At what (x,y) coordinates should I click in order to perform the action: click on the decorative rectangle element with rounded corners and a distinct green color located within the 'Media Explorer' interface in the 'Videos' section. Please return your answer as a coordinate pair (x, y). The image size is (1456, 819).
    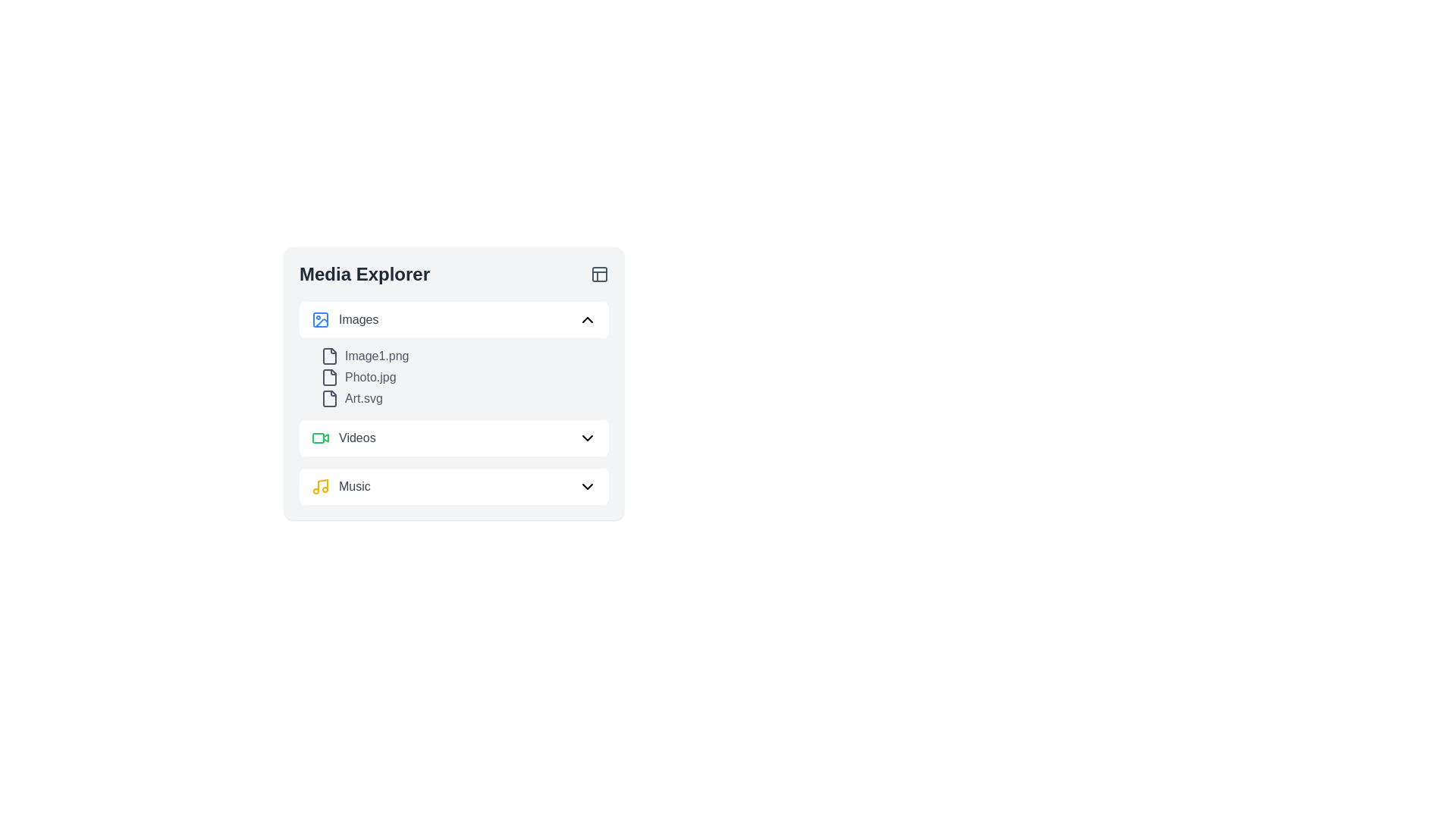
    Looking at the image, I should click on (318, 438).